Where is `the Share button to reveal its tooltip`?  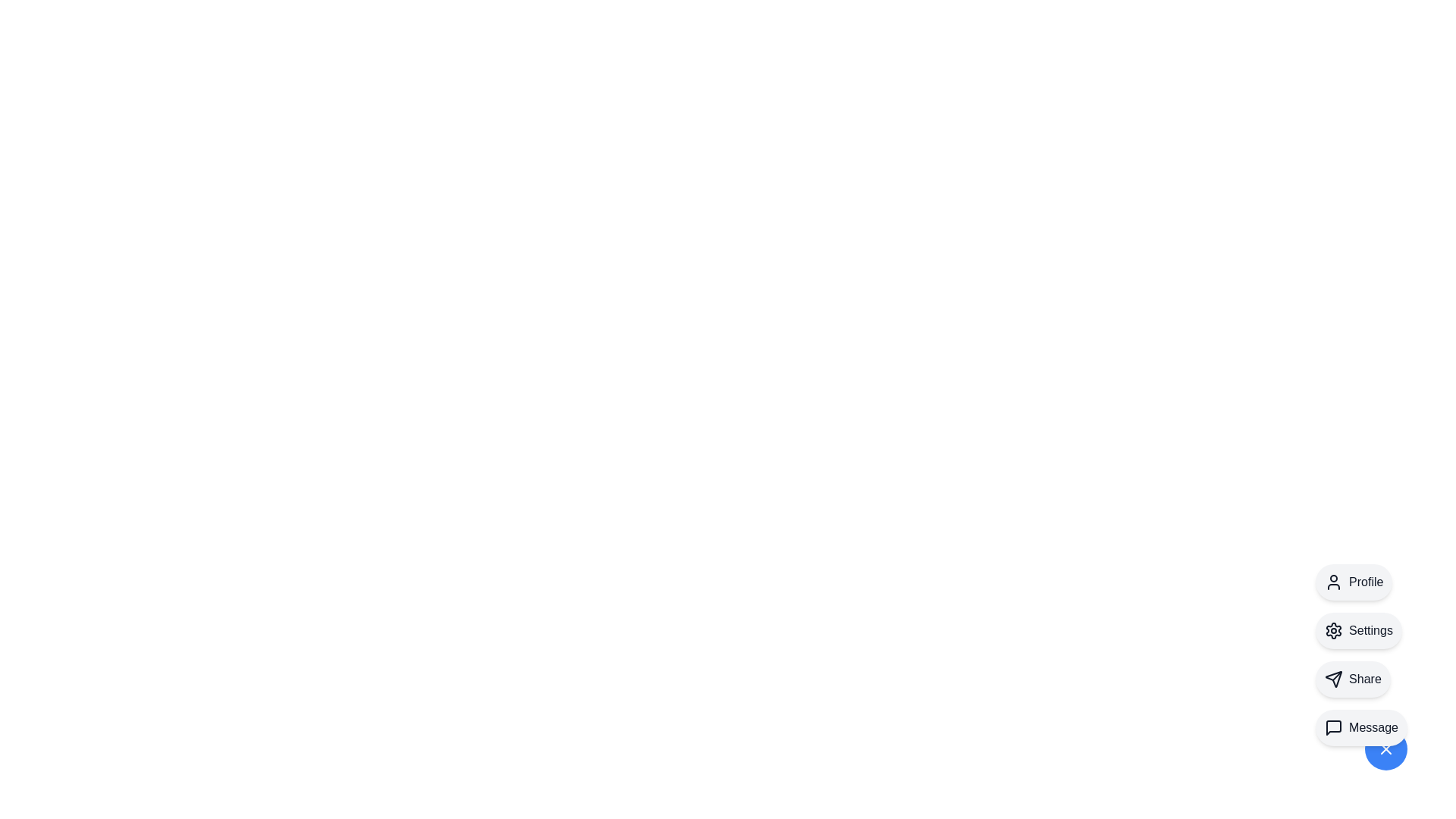
the Share button to reveal its tooltip is located at coordinates (1353, 678).